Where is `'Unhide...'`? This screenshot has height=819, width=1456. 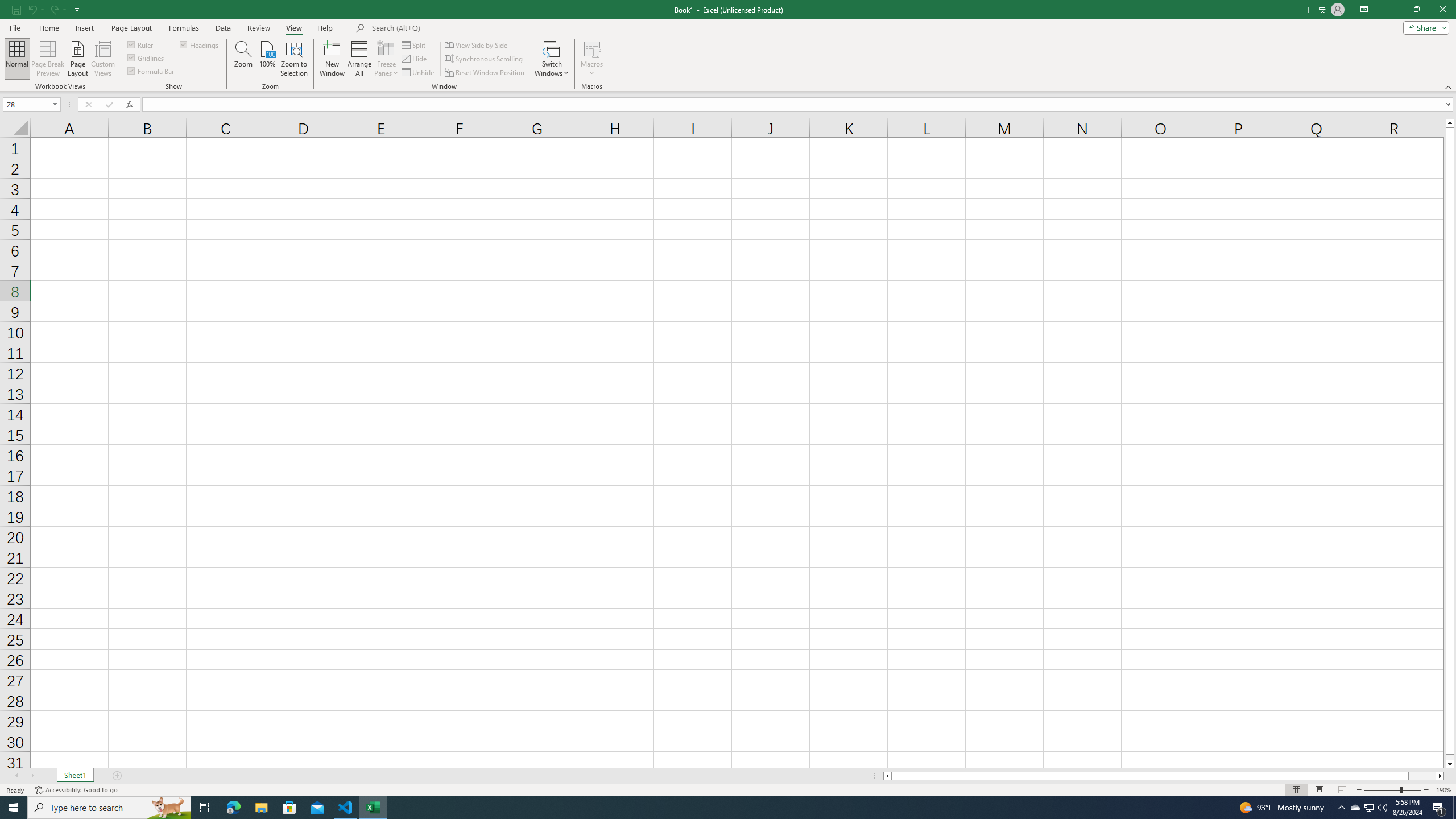
'Unhide...' is located at coordinates (419, 72).